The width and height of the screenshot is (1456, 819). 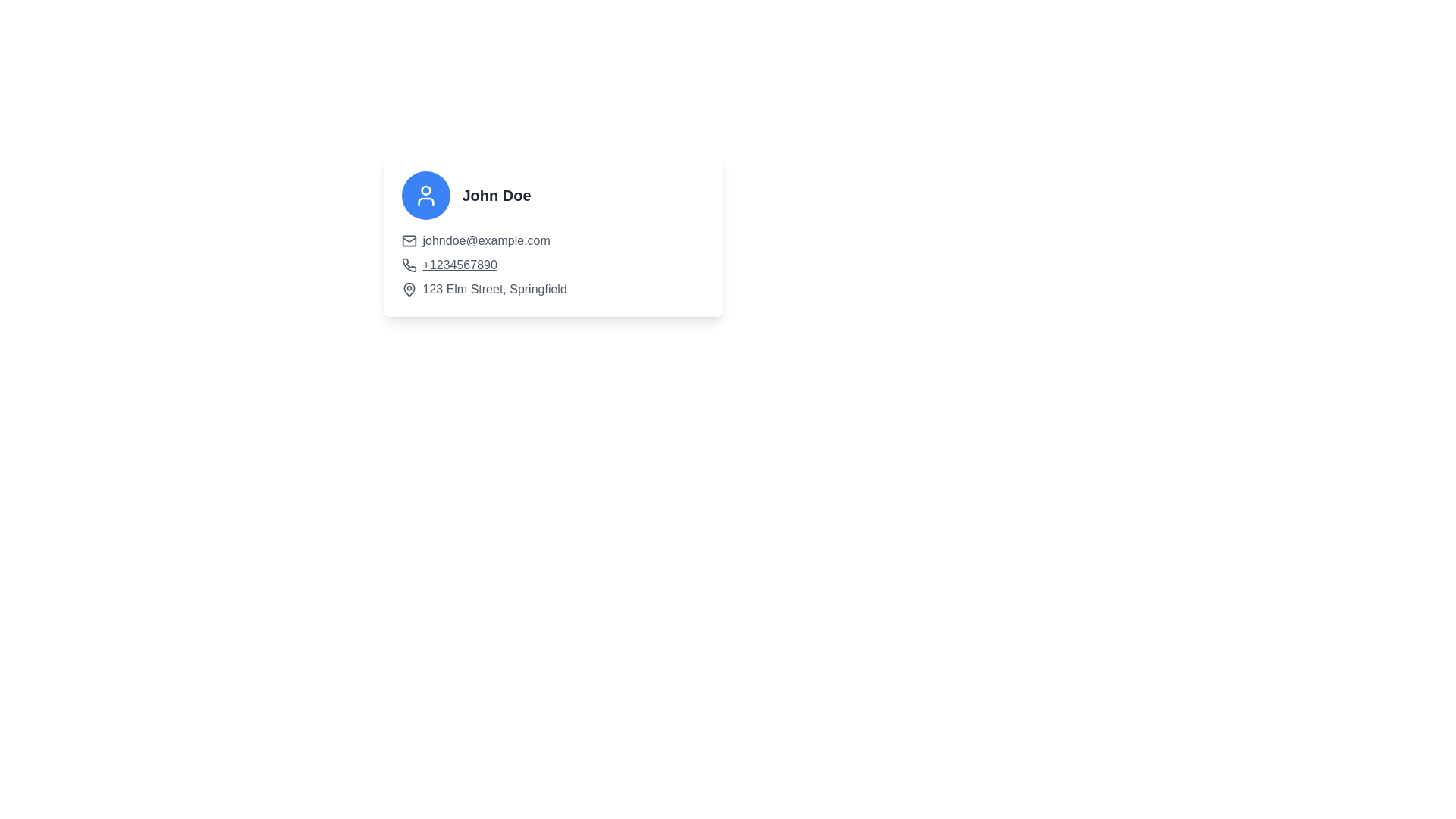 What do you see at coordinates (409, 240) in the screenshot?
I see `the rectangular email icon element, which has rounded corners and forms the main body of the envelope in the contact card layout` at bounding box center [409, 240].